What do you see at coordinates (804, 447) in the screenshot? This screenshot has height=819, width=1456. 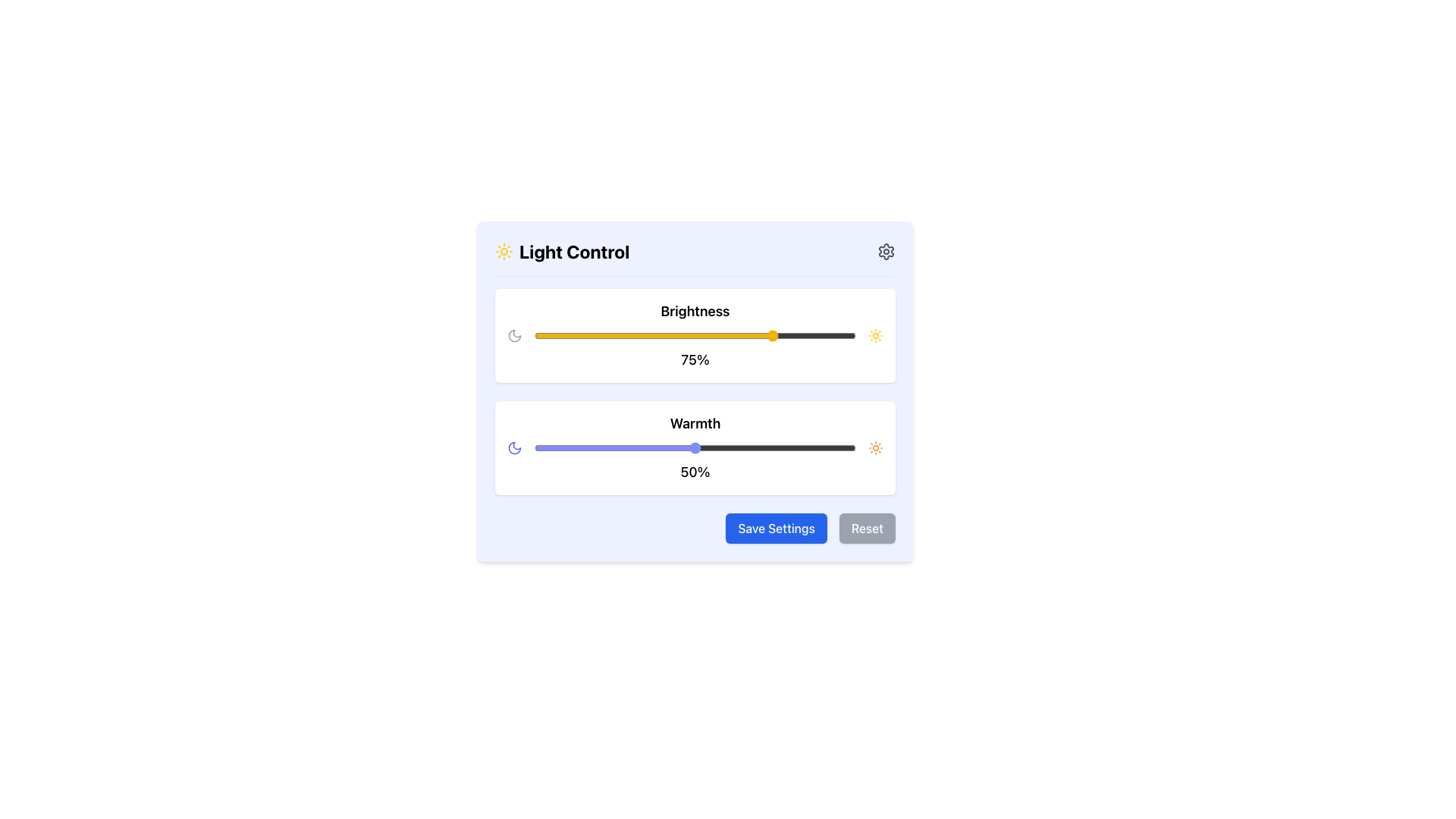 I see `warmth` at bounding box center [804, 447].